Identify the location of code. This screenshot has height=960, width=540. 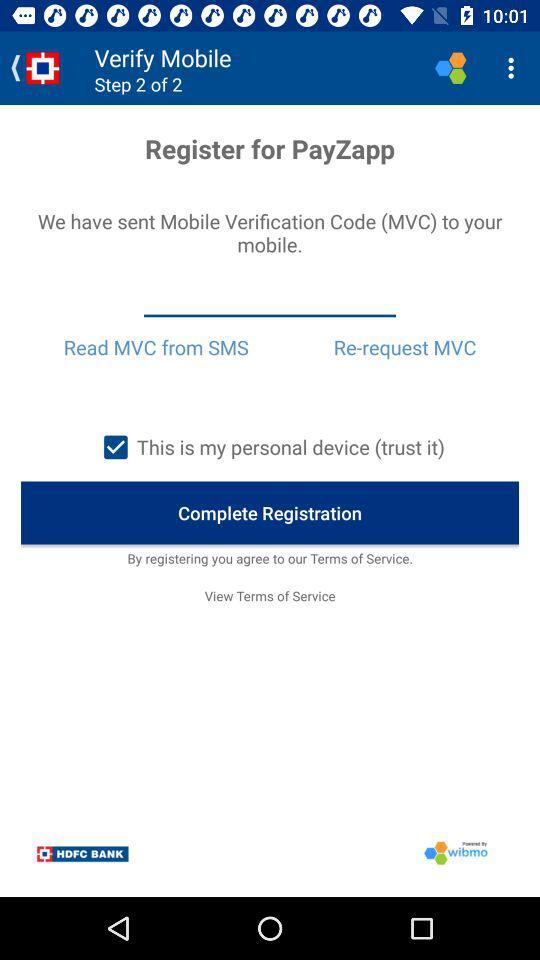
(270, 298).